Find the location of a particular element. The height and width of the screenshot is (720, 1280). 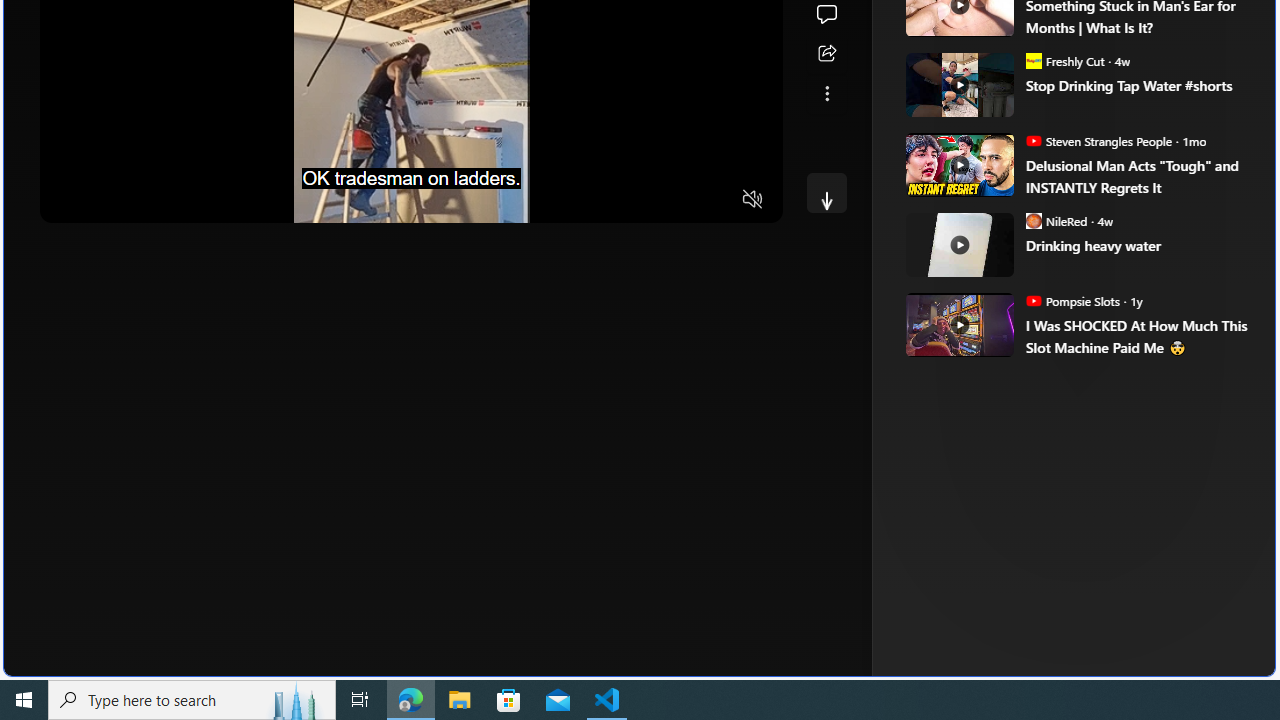

'Freshly Cut Freshly Cut' is located at coordinates (1063, 59).